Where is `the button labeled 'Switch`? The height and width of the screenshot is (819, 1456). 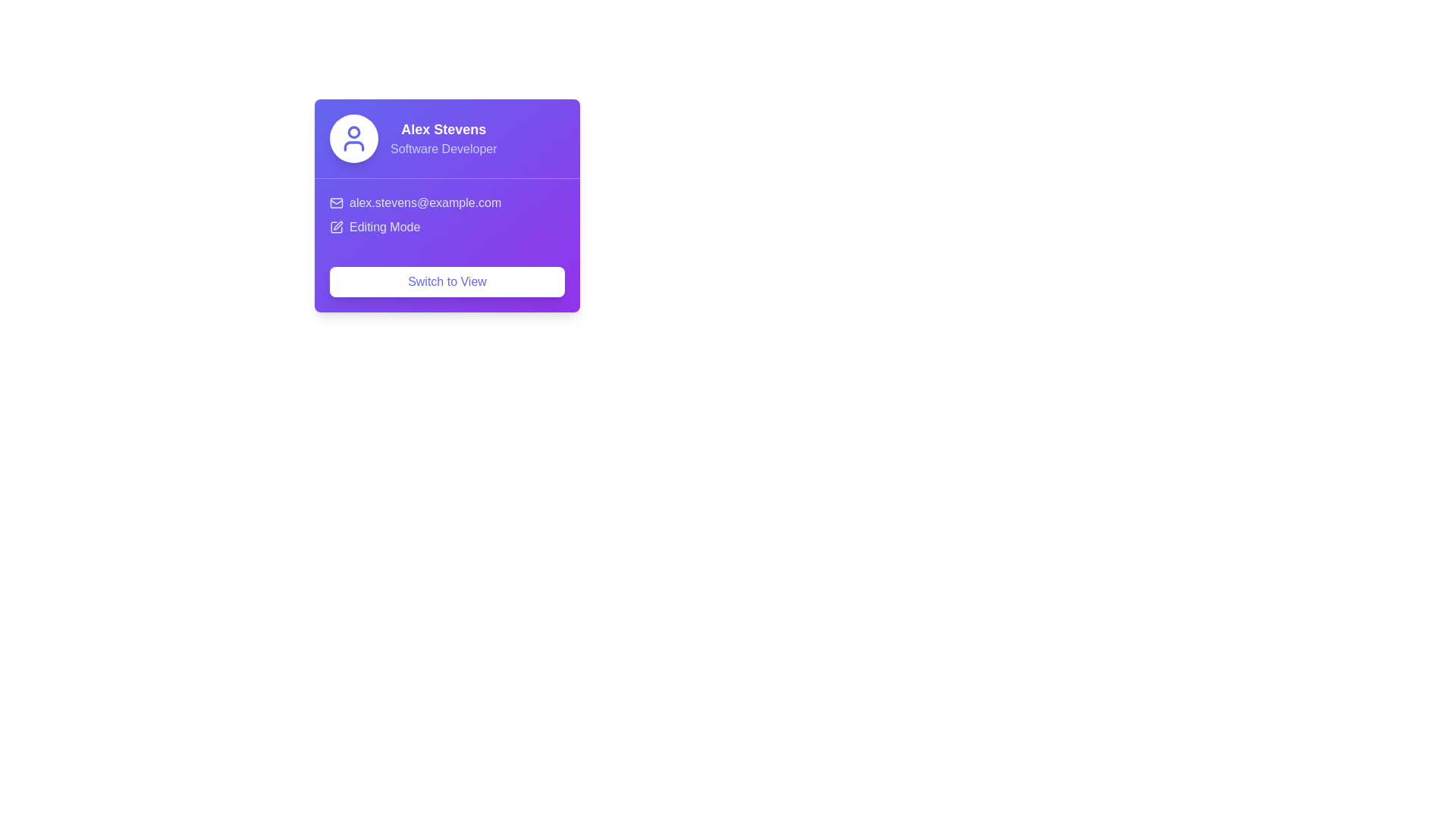
the button labeled 'Switch is located at coordinates (447, 281).